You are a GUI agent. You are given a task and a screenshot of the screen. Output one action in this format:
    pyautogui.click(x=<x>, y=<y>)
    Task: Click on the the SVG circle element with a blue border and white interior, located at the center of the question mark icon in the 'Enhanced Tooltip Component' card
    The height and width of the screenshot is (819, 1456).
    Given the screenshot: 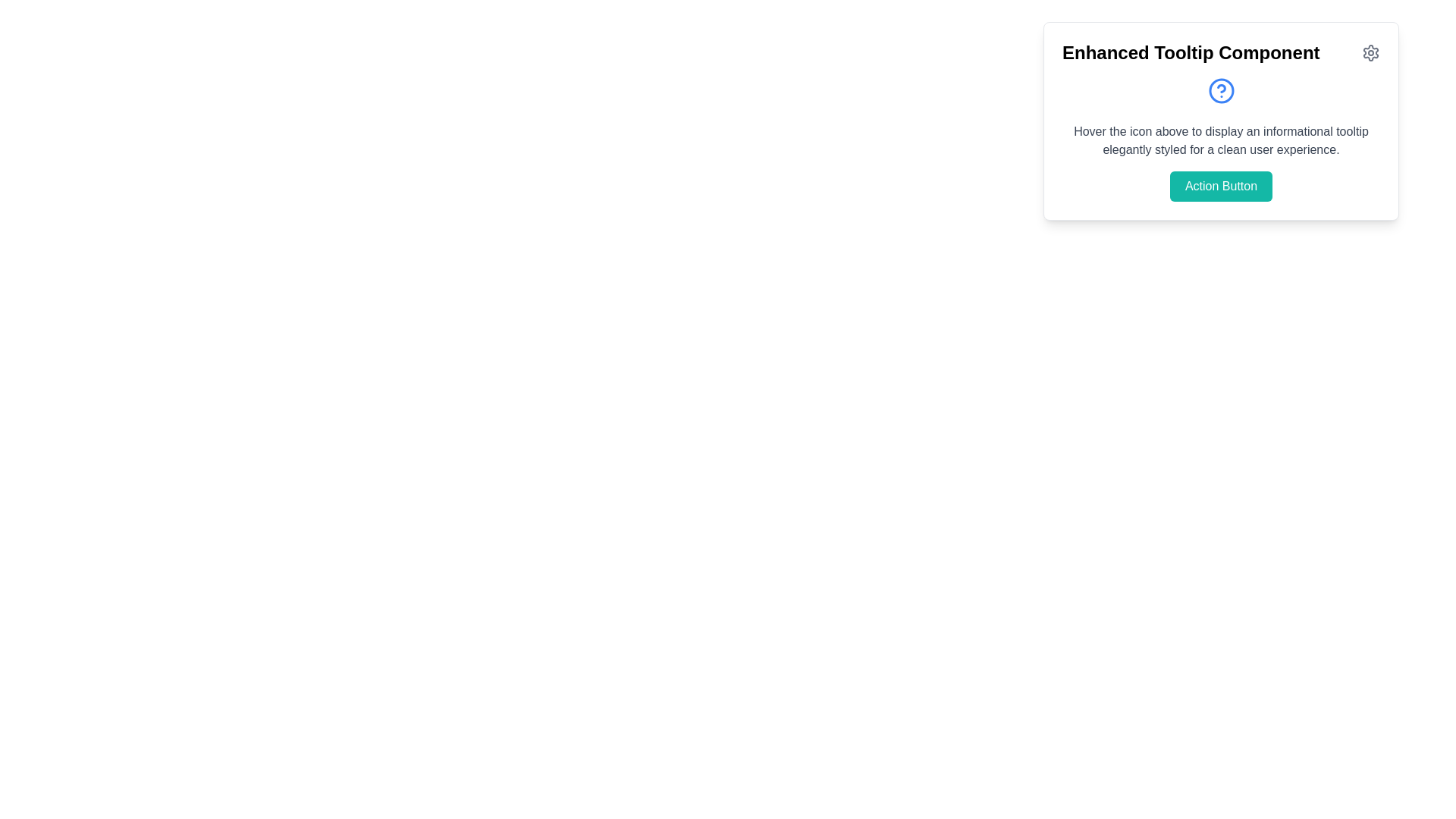 What is the action you would take?
    pyautogui.click(x=1221, y=90)
    